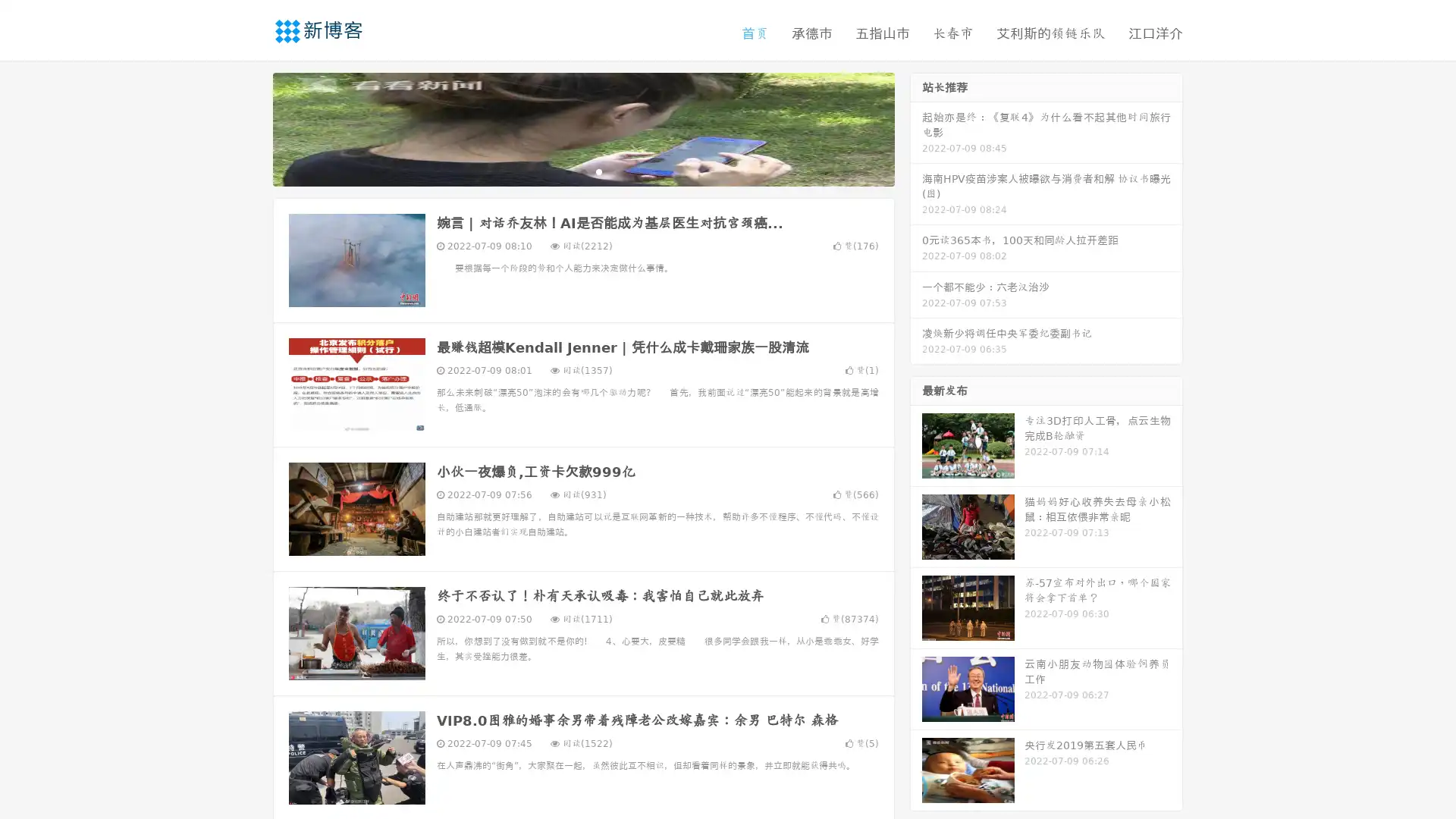  What do you see at coordinates (250, 127) in the screenshot?
I see `Previous slide` at bounding box center [250, 127].